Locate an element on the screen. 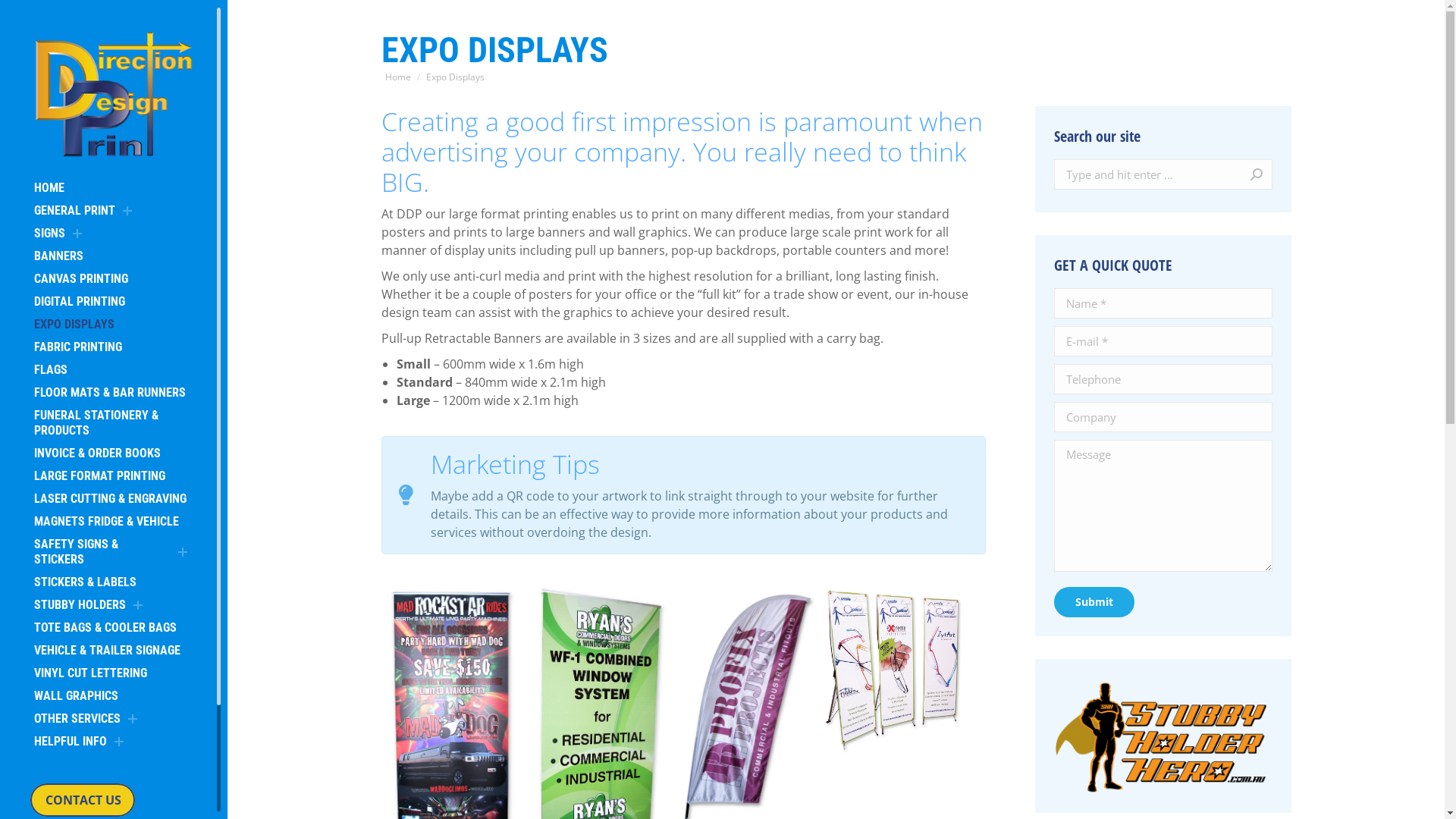 This screenshot has height=819, width=1456. 'WALL GRAPHICS' is located at coordinates (75, 696).